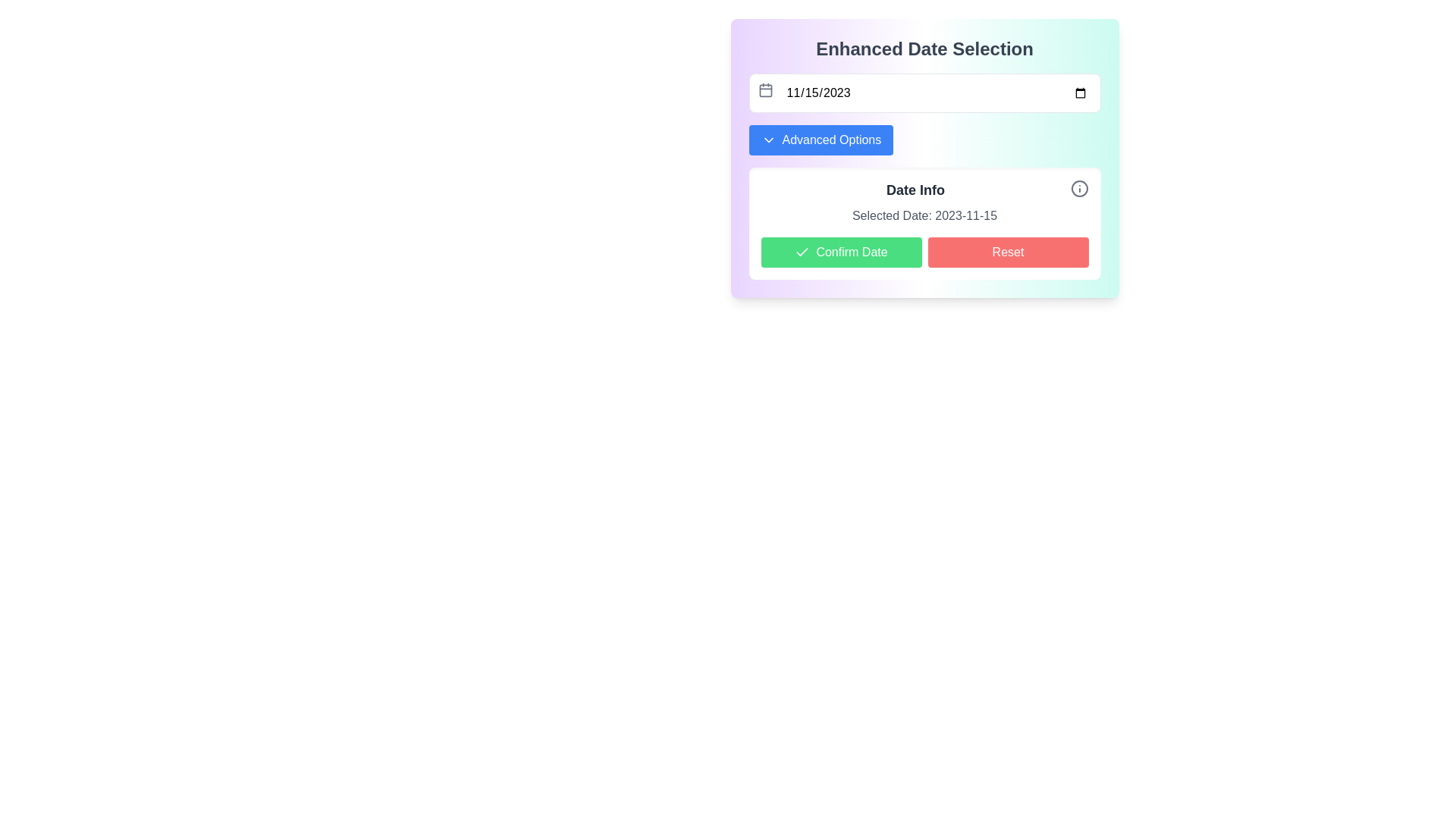 This screenshot has height=819, width=1456. I want to click on the 'Reset' button, which is a rectangular button with rounded corners, red background, and white text, located under the 'Date Info' section and is the second button from the left, so click(1008, 251).